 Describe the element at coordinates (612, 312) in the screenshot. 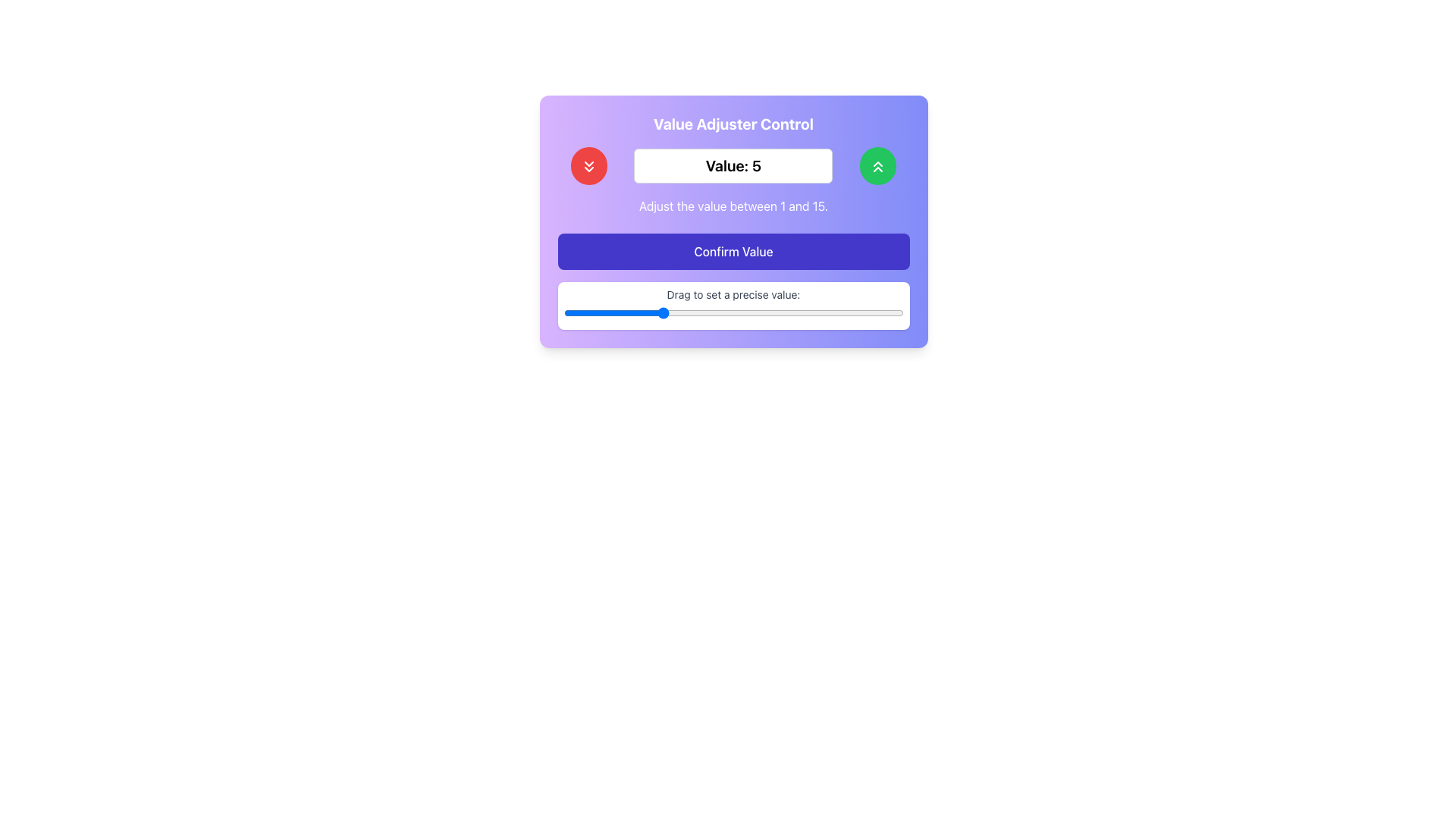

I see `the slider value` at that location.